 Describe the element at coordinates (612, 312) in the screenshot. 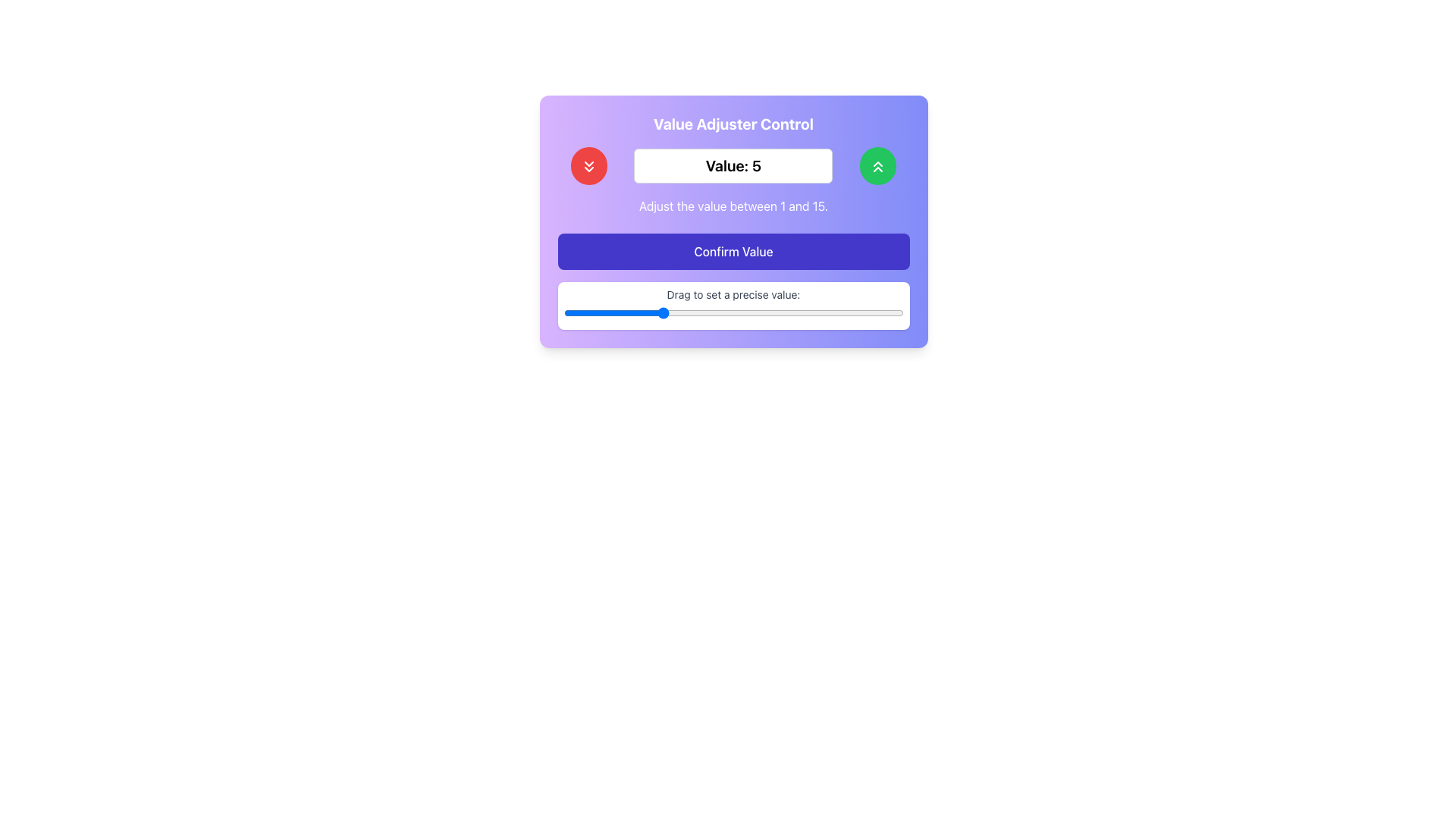

I see `the slider value` at that location.